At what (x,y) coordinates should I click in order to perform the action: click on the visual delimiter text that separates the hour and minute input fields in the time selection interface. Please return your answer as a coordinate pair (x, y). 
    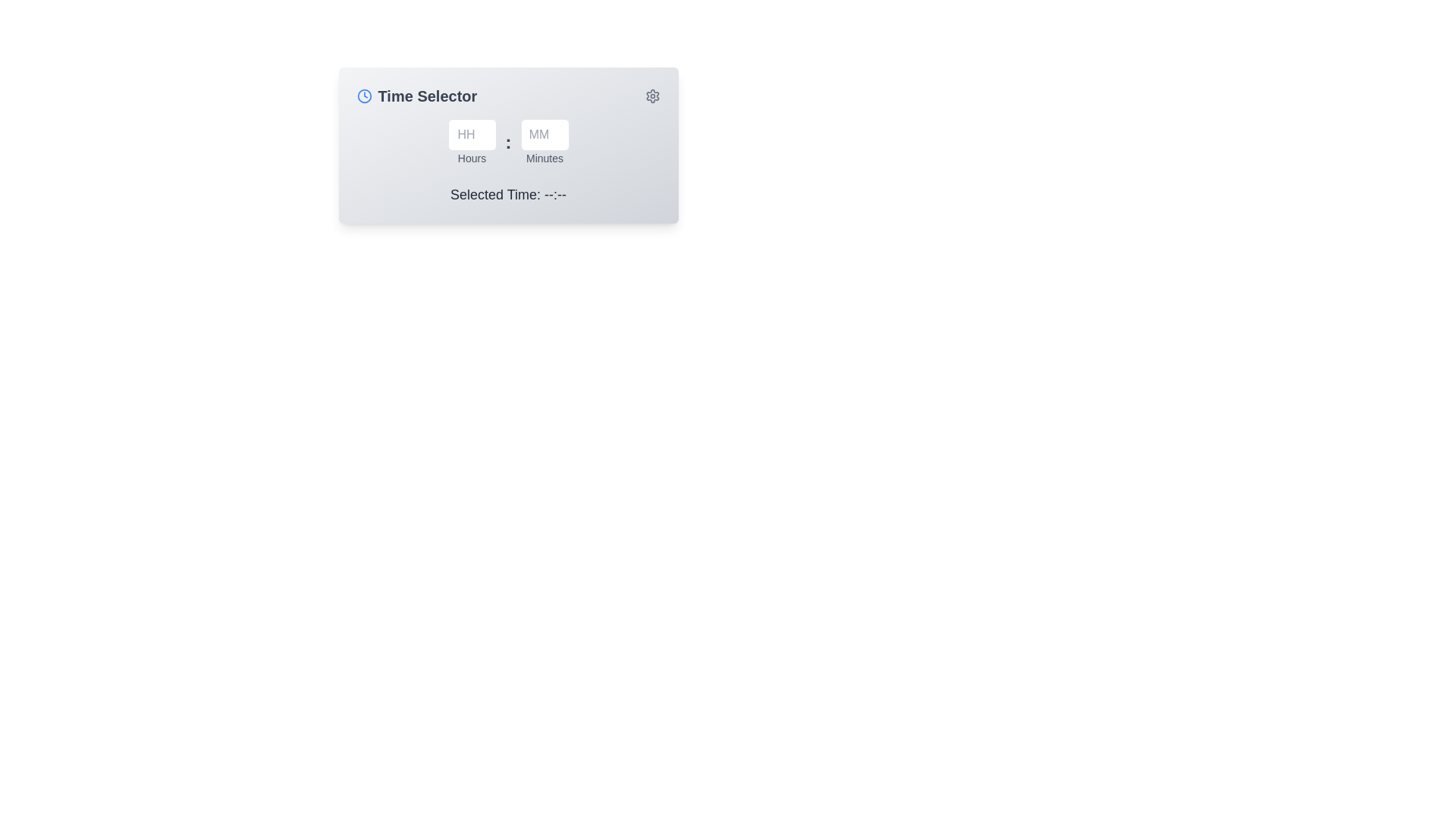
    Looking at the image, I should click on (508, 143).